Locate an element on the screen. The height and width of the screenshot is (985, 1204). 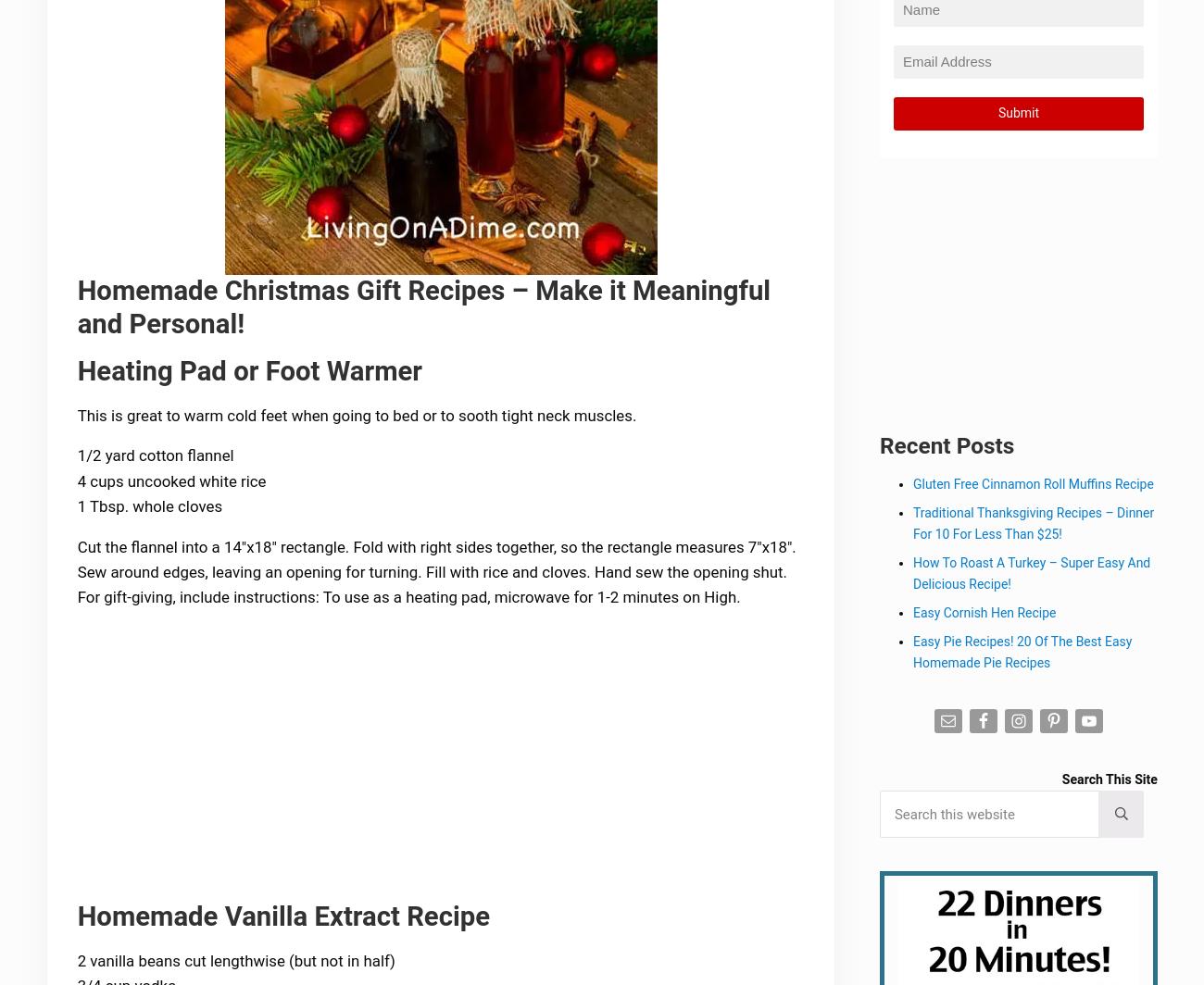
'Homemade Christmas Gift Recipes – Make it Meaningful and Personal!' is located at coordinates (79, 308).